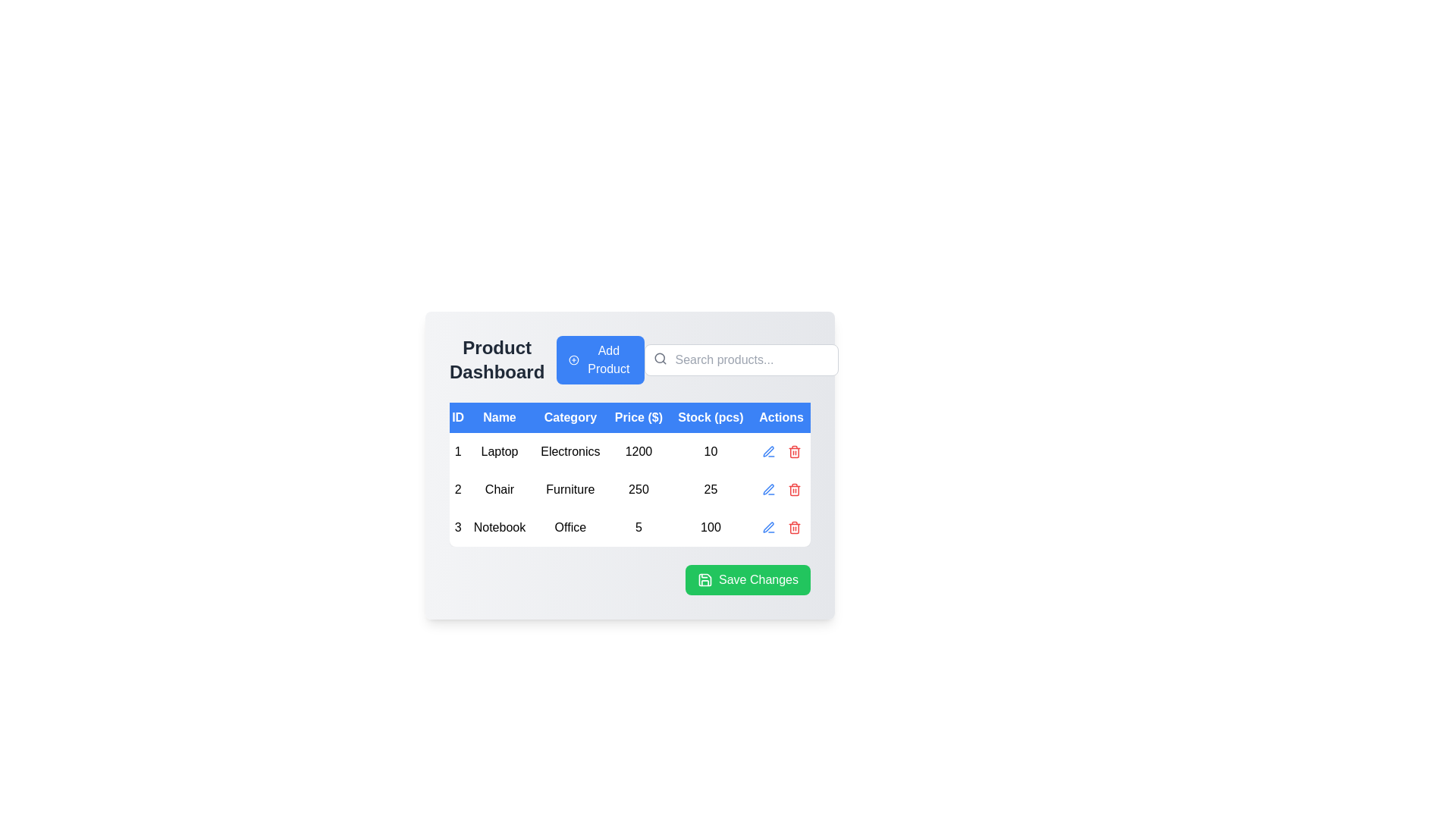 The image size is (1456, 819). Describe the element at coordinates (793, 526) in the screenshot. I see `the small red trashcan icon in the 'Actions' column of the last row in the table` at that location.